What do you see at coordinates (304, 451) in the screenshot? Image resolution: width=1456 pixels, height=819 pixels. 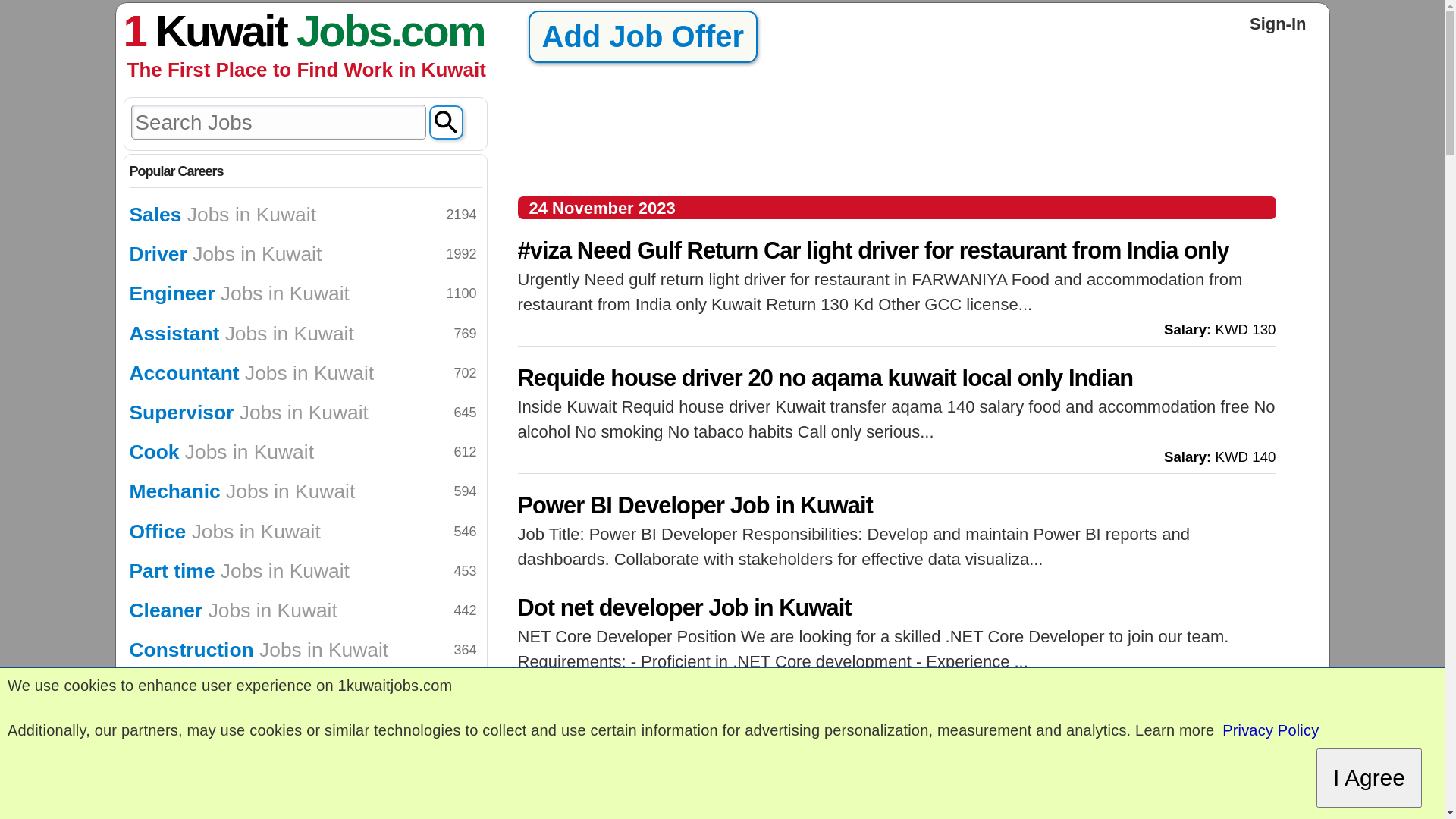 I see `'Cook Jobs in Kuwait` at bounding box center [304, 451].